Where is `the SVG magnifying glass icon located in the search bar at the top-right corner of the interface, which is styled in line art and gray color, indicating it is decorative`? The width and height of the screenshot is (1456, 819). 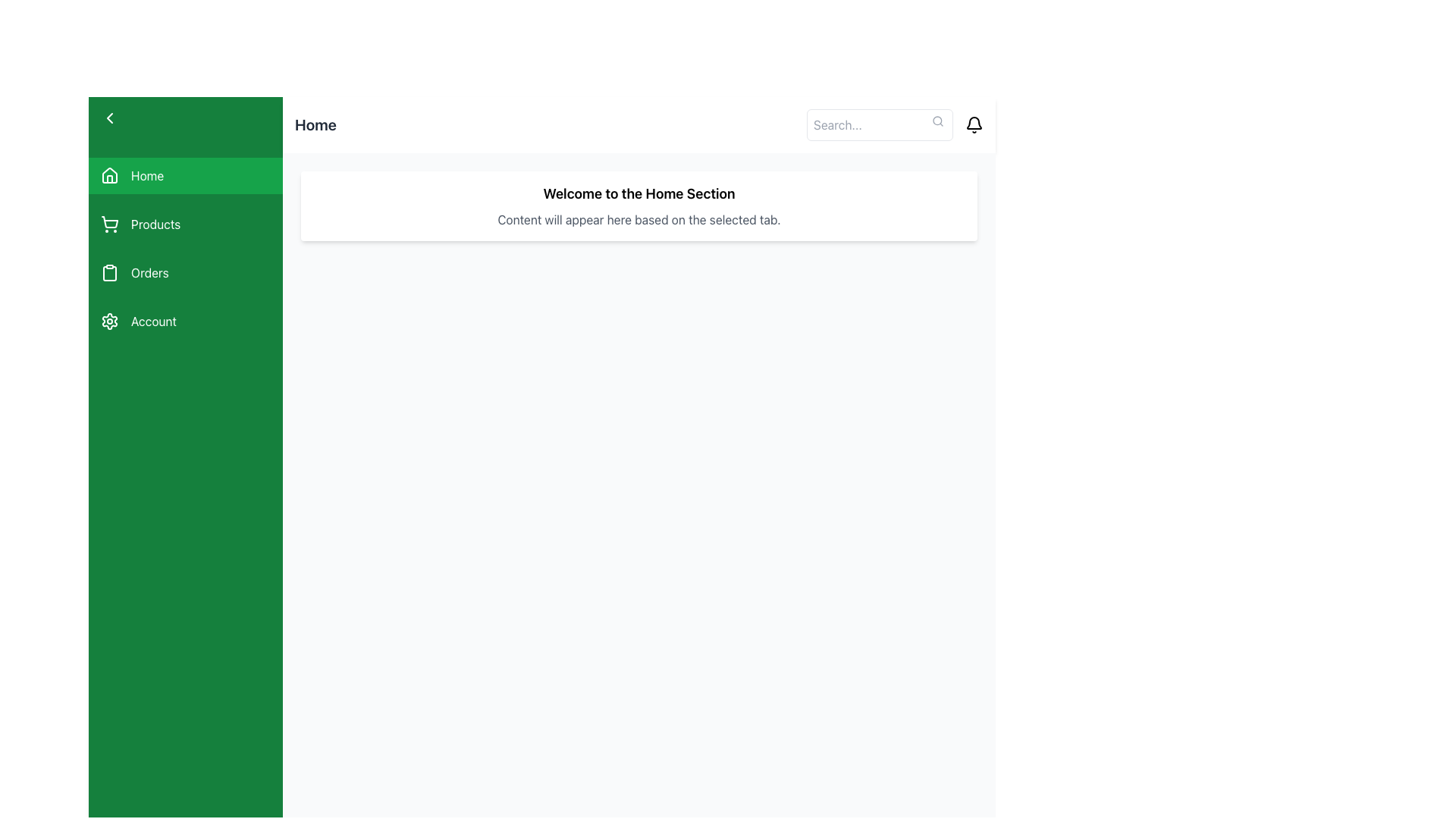
the SVG magnifying glass icon located in the search bar at the top-right corner of the interface, which is styled in line art and gray color, indicating it is decorative is located at coordinates (937, 120).